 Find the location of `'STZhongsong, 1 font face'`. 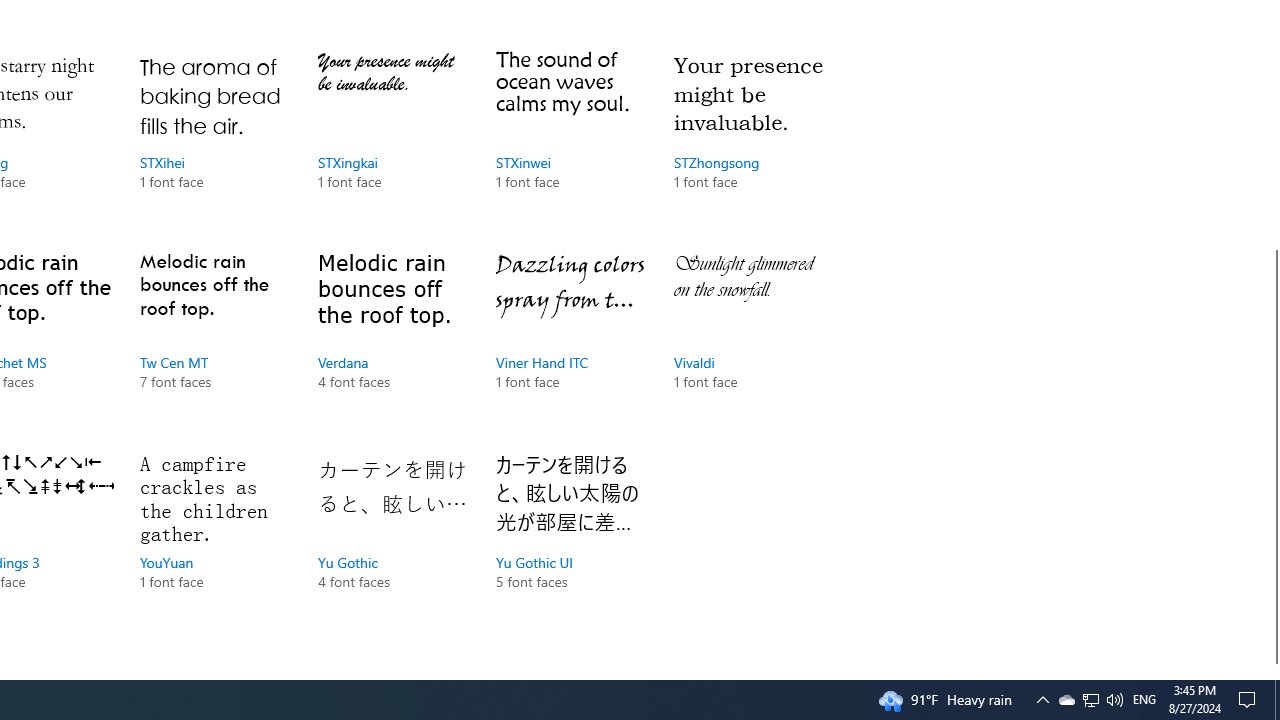

'STZhongsong, 1 font face' is located at coordinates (747, 140).